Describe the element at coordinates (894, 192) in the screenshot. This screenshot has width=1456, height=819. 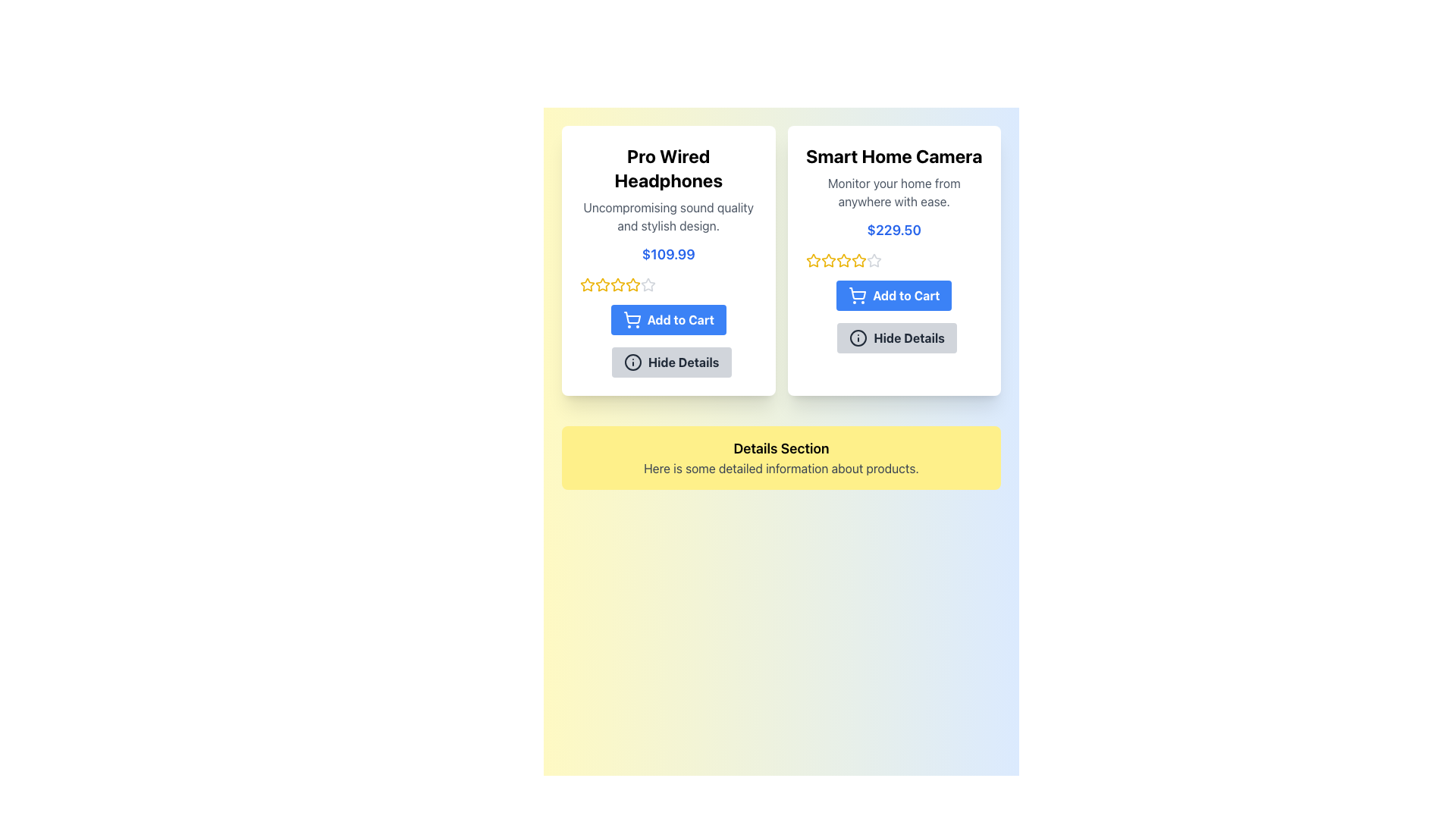
I see `the text block that says 'Monitor your home from anywhere with ease.' which is centrally located below the title 'Smart Home Camera' within a white card` at that location.